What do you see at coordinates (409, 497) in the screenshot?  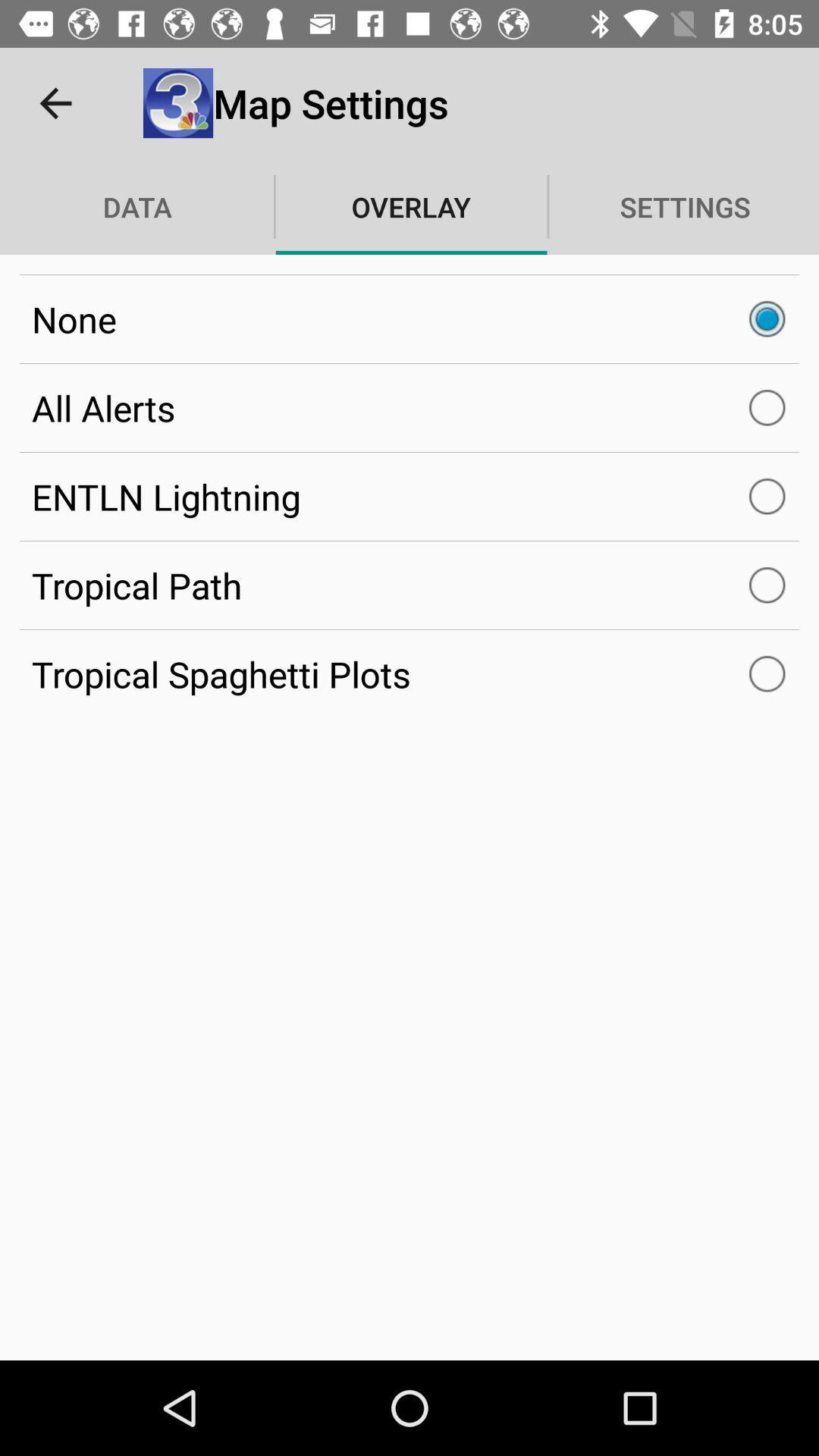 I see `entln lightning icon` at bounding box center [409, 497].